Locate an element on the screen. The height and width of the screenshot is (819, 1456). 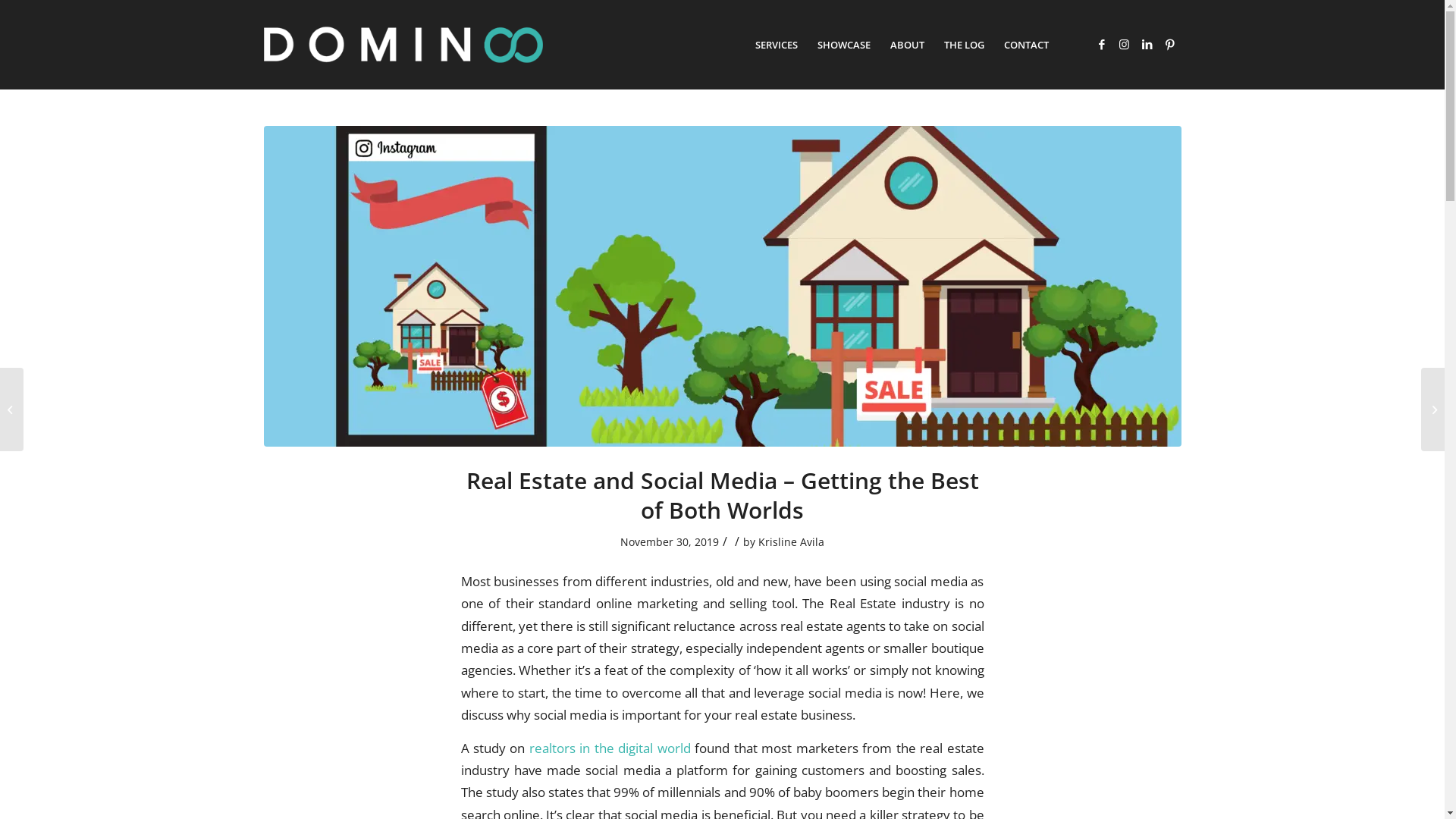
'realtors in the digital world' is located at coordinates (610, 747).